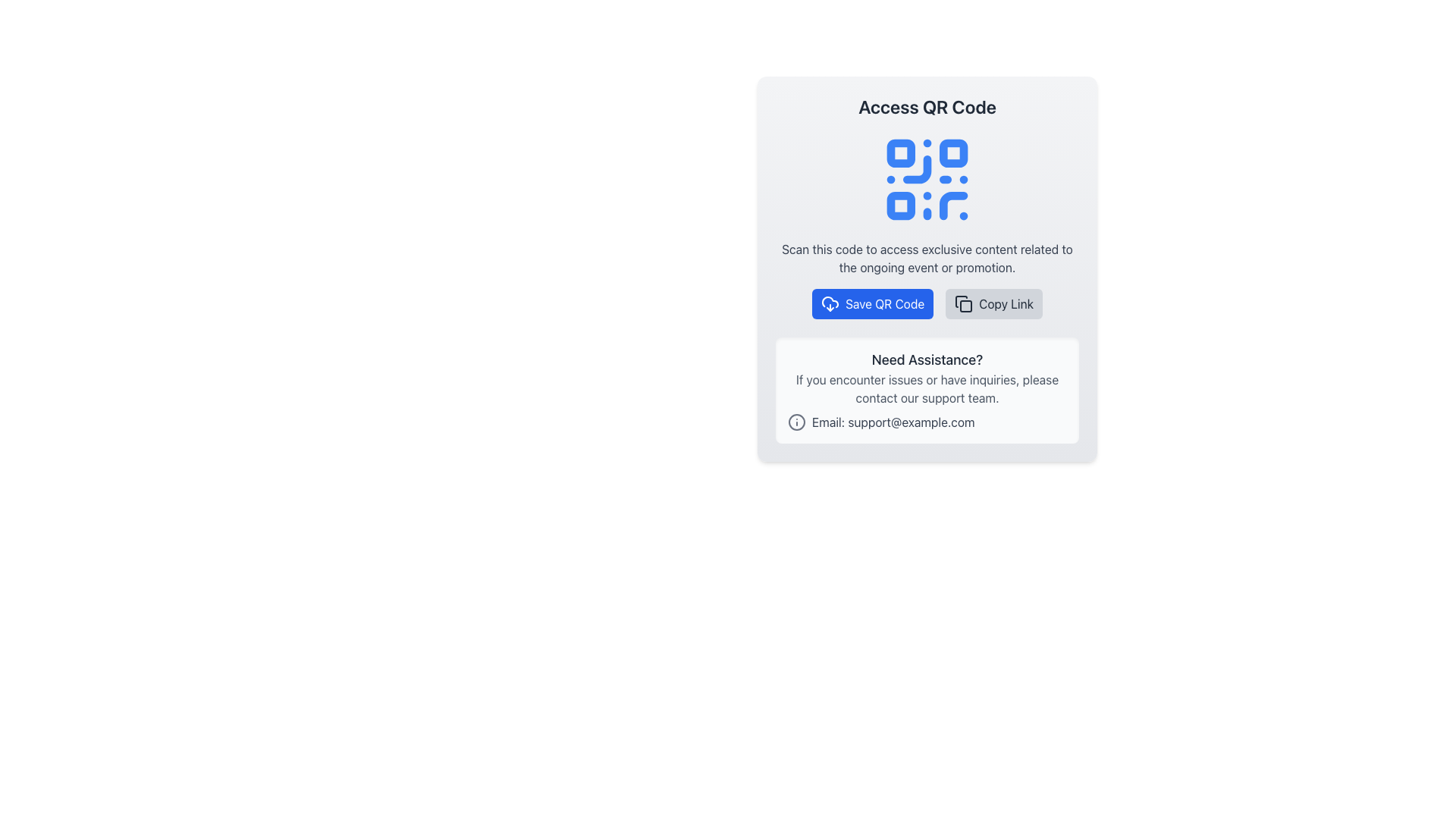 The height and width of the screenshot is (819, 1456). What do you see at coordinates (829, 304) in the screenshot?
I see `the download icon located inside the blue 'Save QR Code' button, positioned to the left of the button text` at bounding box center [829, 304].